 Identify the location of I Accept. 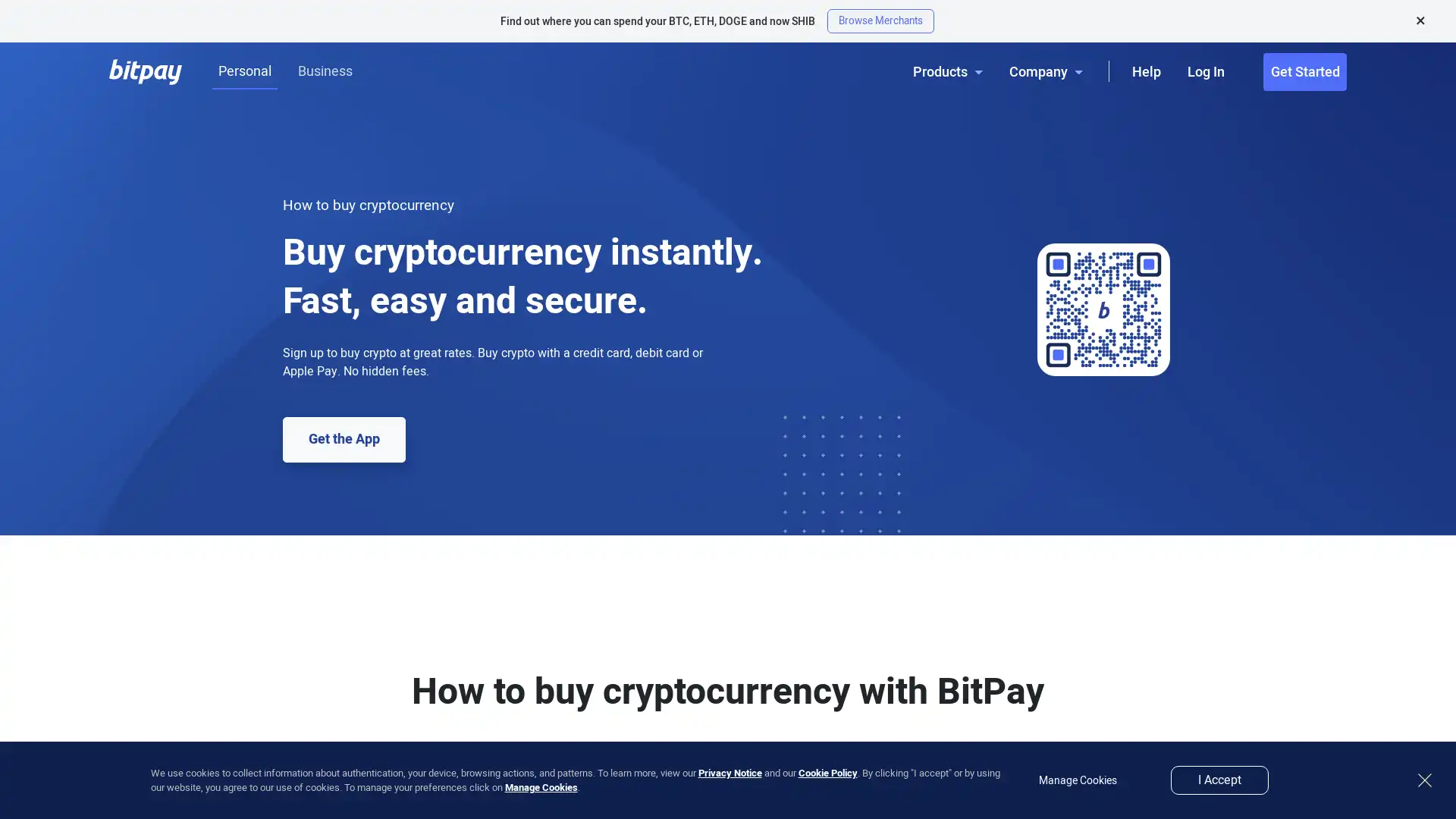
(1219, 780).